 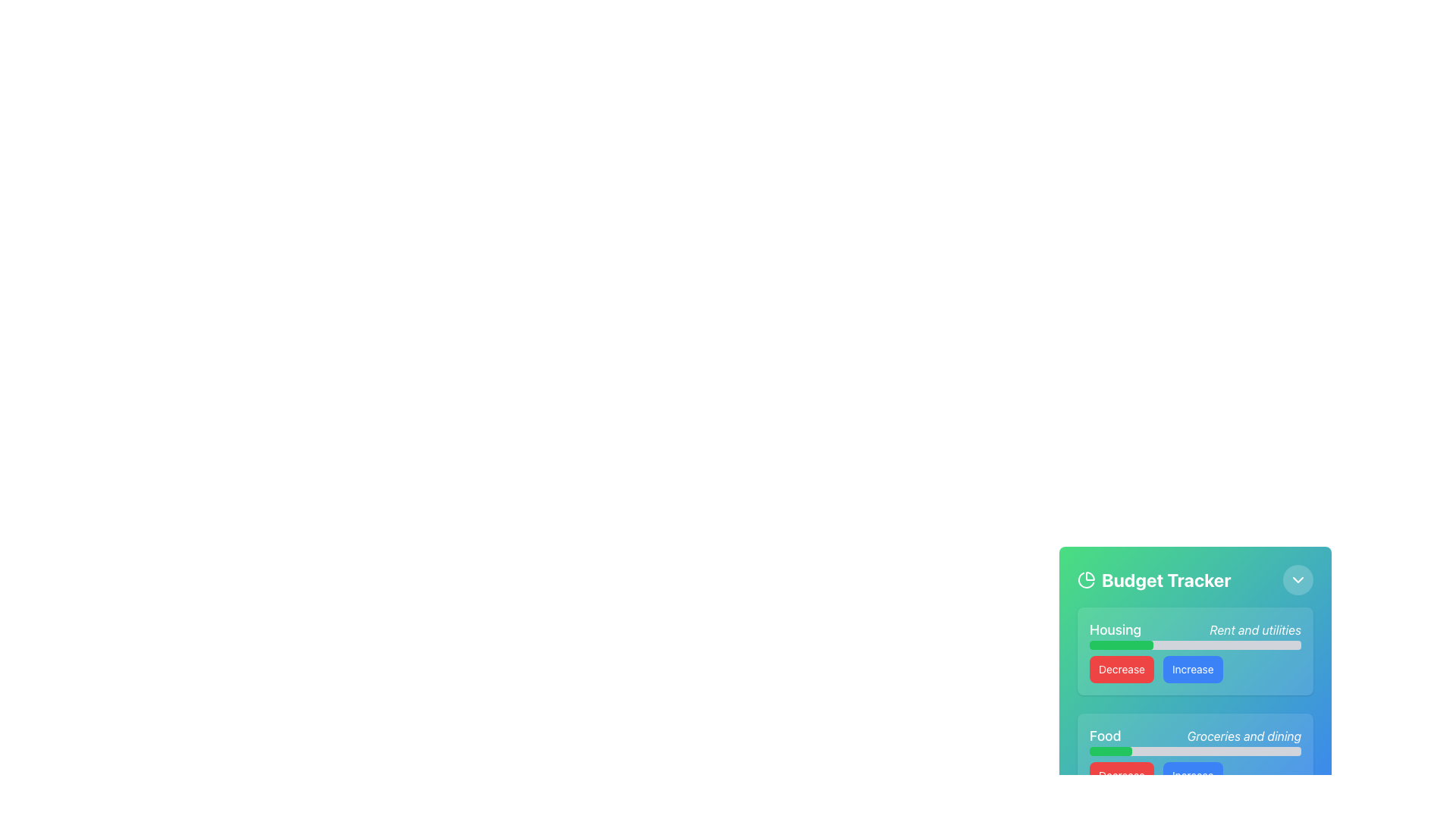 What do you see at coordinates (1194, 651) in the screenshot?
I see `the progress bar of the housing expenses category in the budget tracker application` at bounding box center [1194, 651].